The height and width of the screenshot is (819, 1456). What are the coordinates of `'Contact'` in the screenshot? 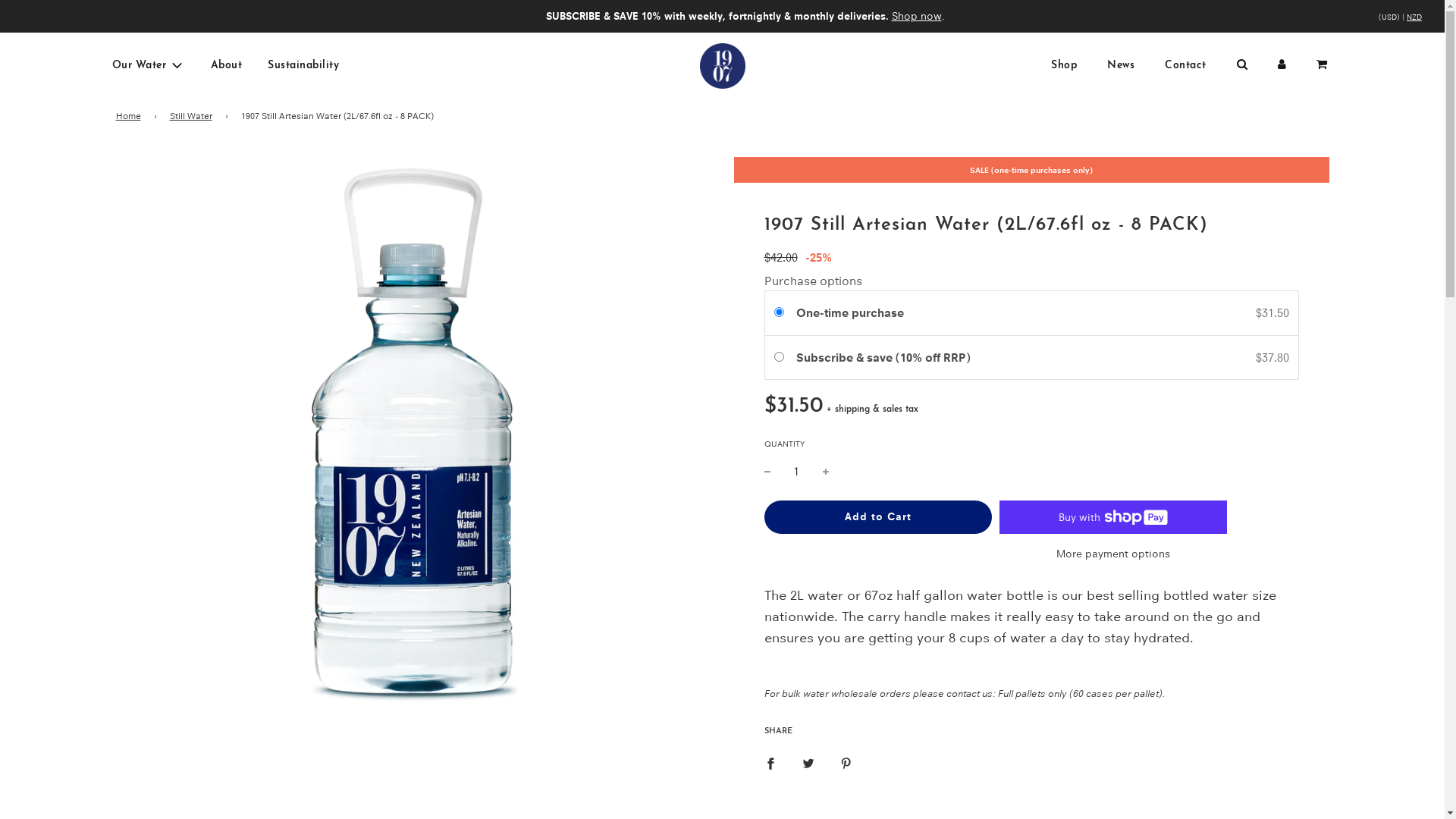 It's located at (1185, 65).